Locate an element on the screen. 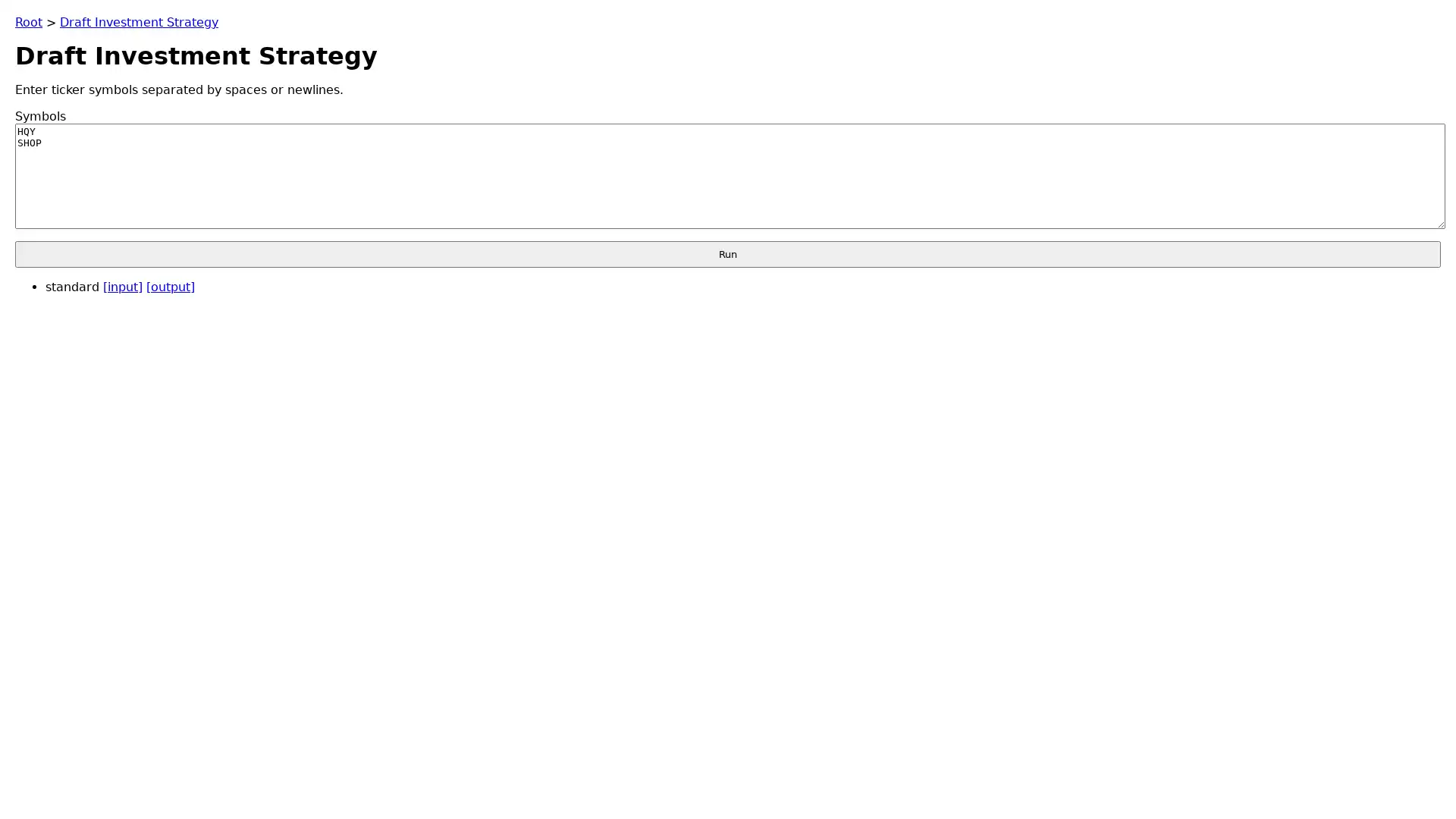 This screenshot has width=1456, height=819. Run is located at coordinates (728, 253).